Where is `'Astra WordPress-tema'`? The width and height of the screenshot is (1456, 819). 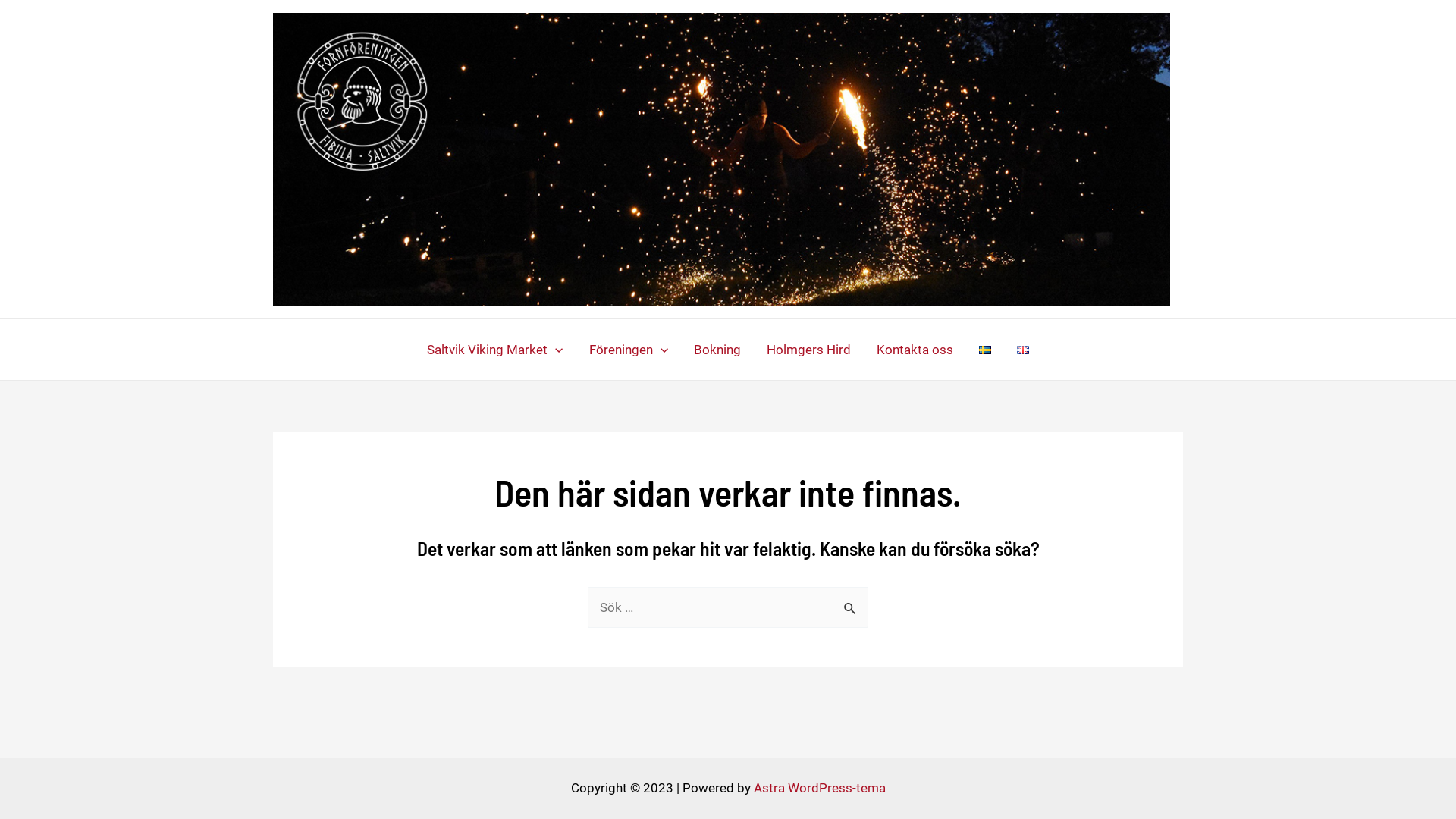
'Astra WordPress-tema' is located at coordinates (818, 786).